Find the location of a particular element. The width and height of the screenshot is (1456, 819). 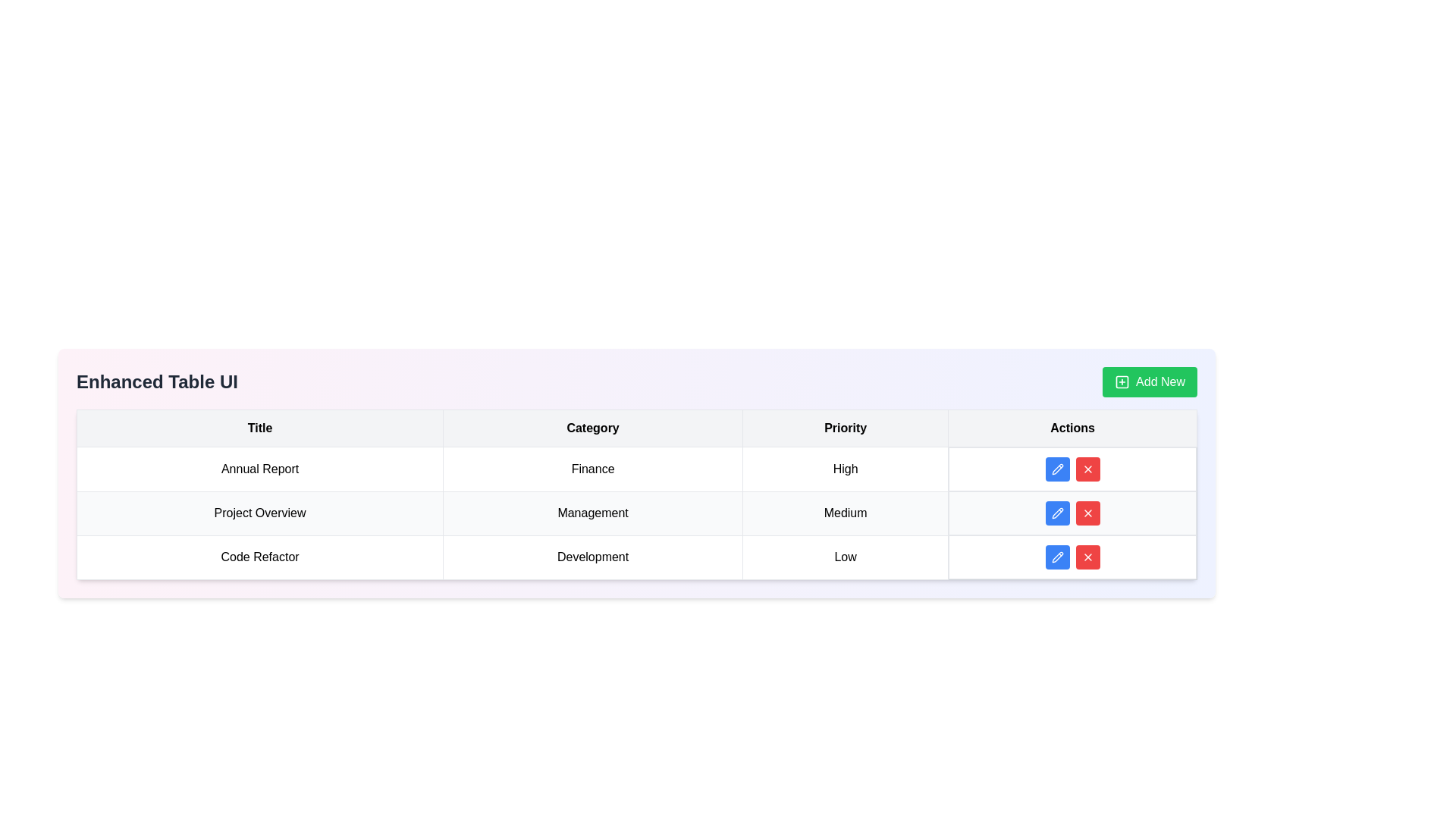

the 'Priority' text label, which is a bold black text enclosed in a light gray rectangular cell and is the third column header in the grid layout is located at coordinates (845, 428).